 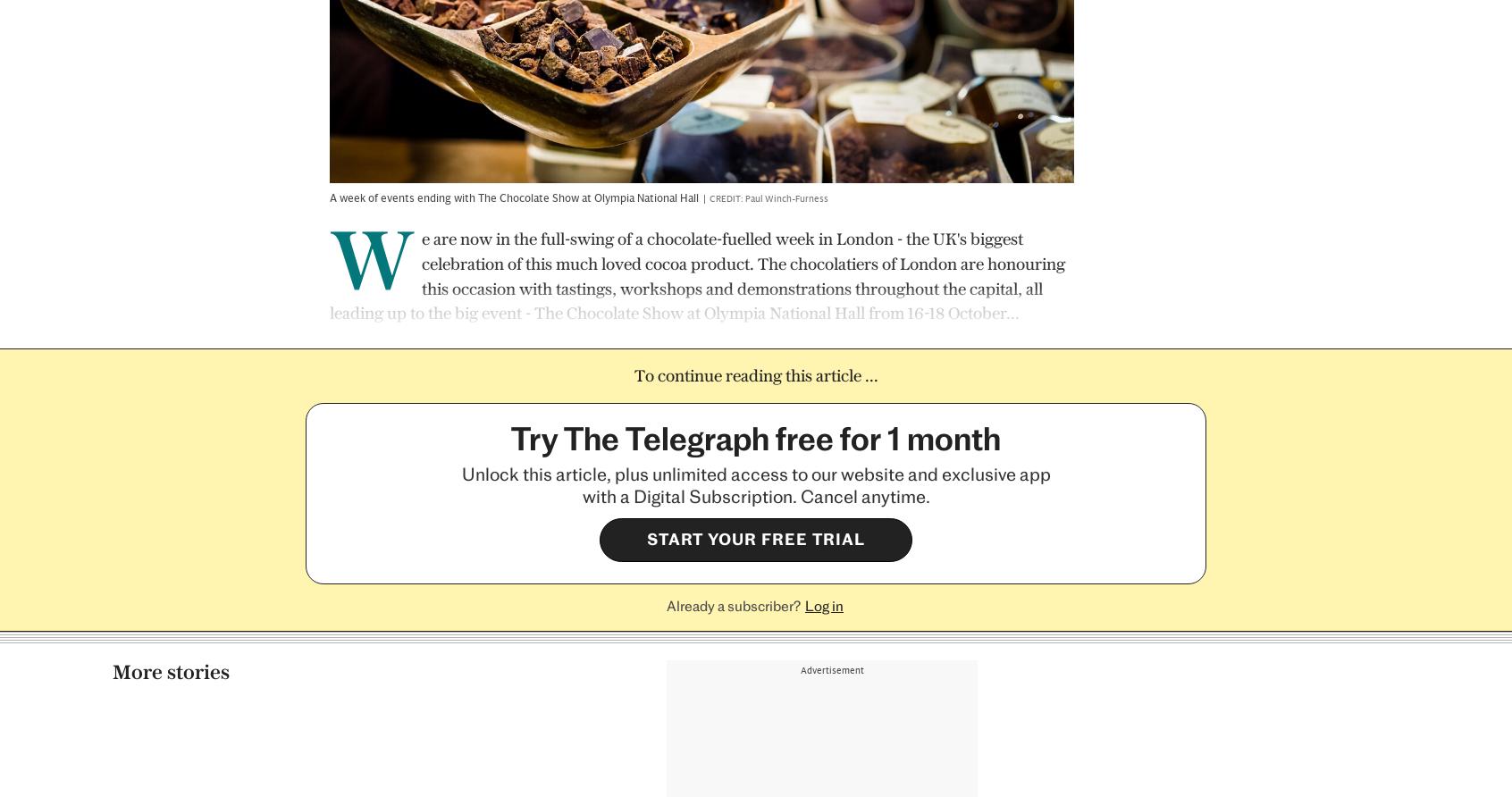 I want to click on 'Victoria Moore', so click(x=563, y=639).